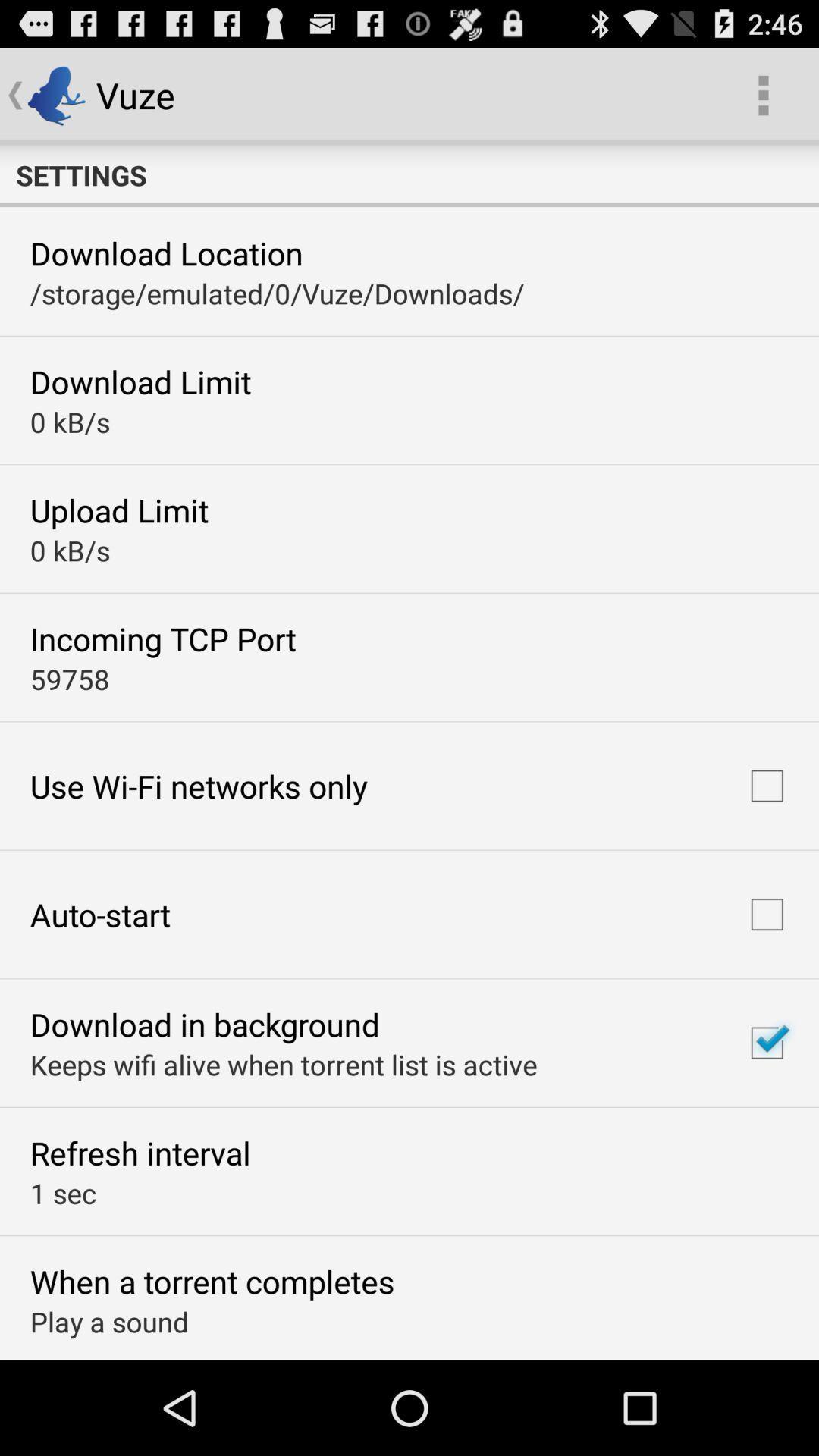  Describe the element at coordinates (70, 678) in the screenshot. I see `icon below the incoming tcp port` at that location.